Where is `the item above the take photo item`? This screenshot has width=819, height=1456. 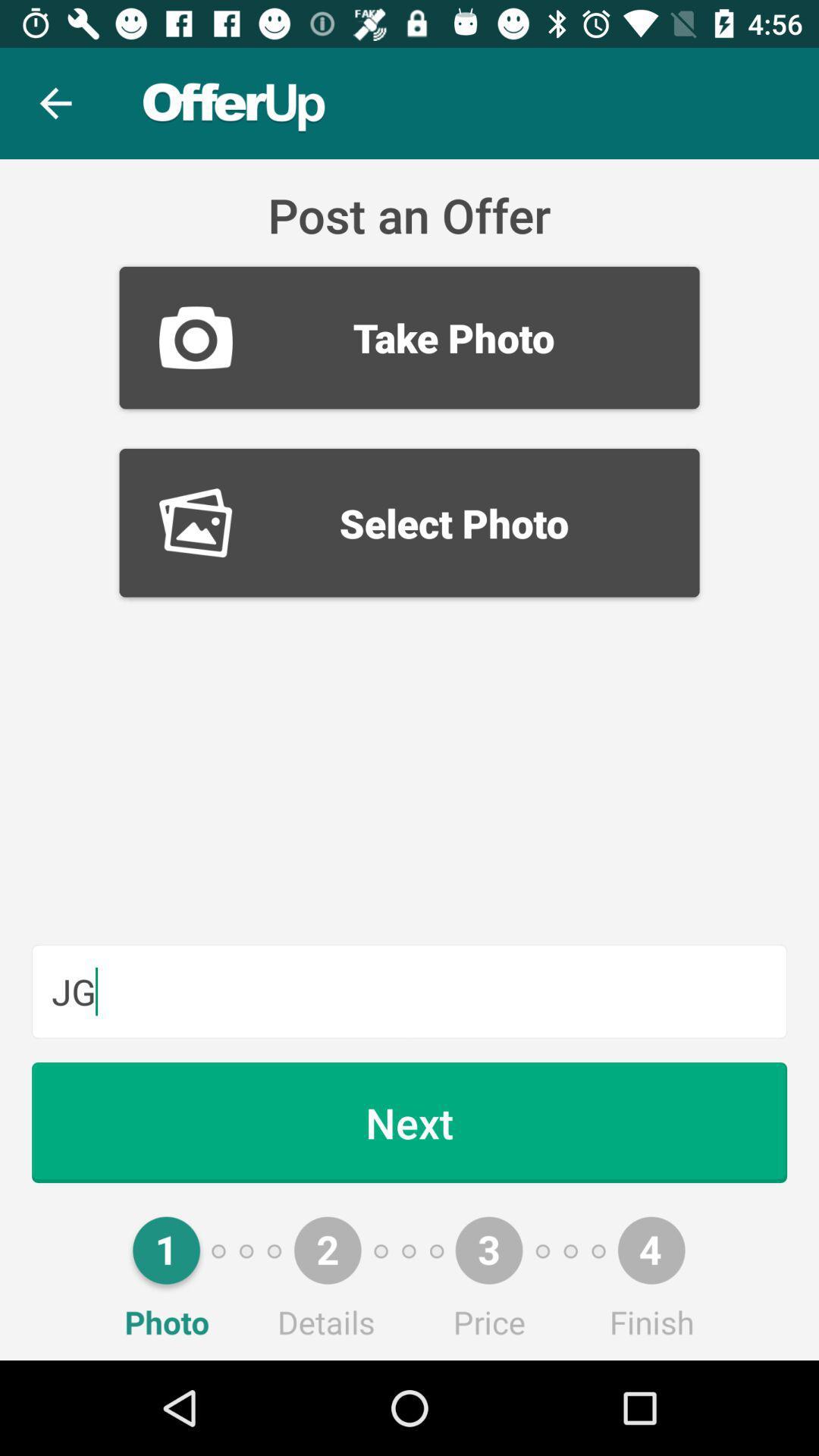
the item above the take photo item is located at coordinates (55, 102).